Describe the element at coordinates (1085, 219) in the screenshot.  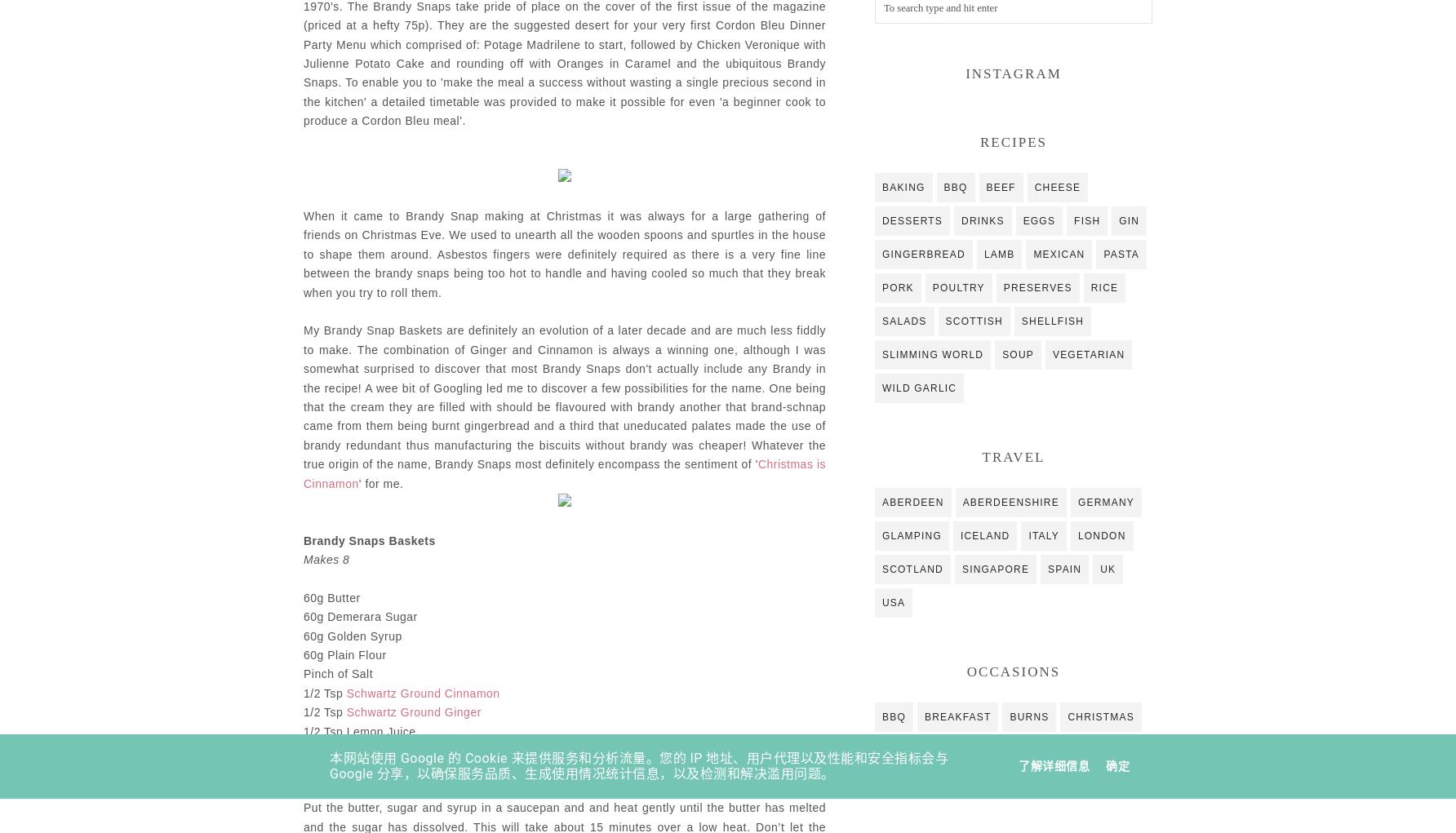
I see `'fish'` at that location.